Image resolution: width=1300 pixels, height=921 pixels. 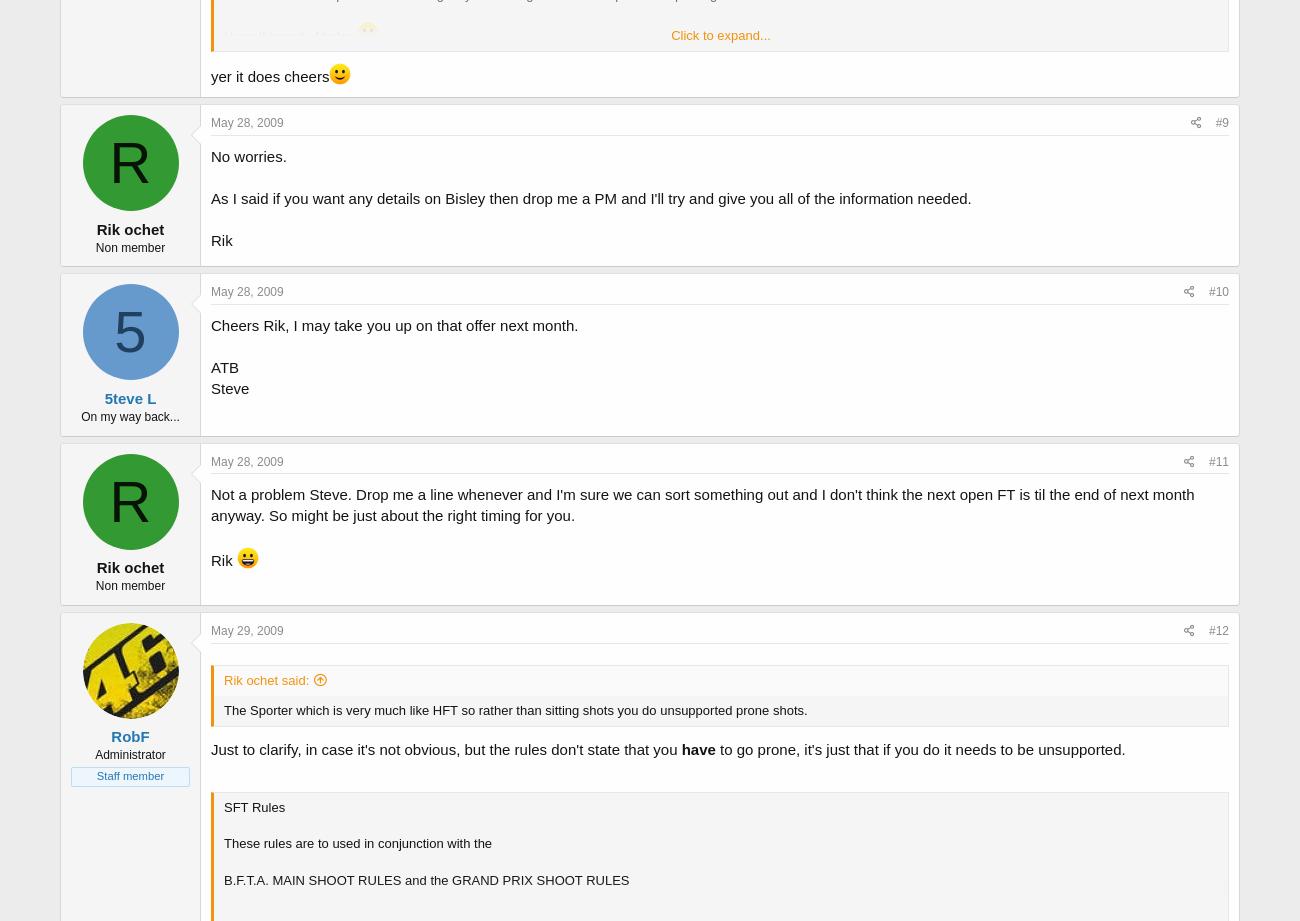 What do you see at coordinates (265, 679) in the screenshot?
I see `'Rik ochet said:'` at bounding box center [265, 679].